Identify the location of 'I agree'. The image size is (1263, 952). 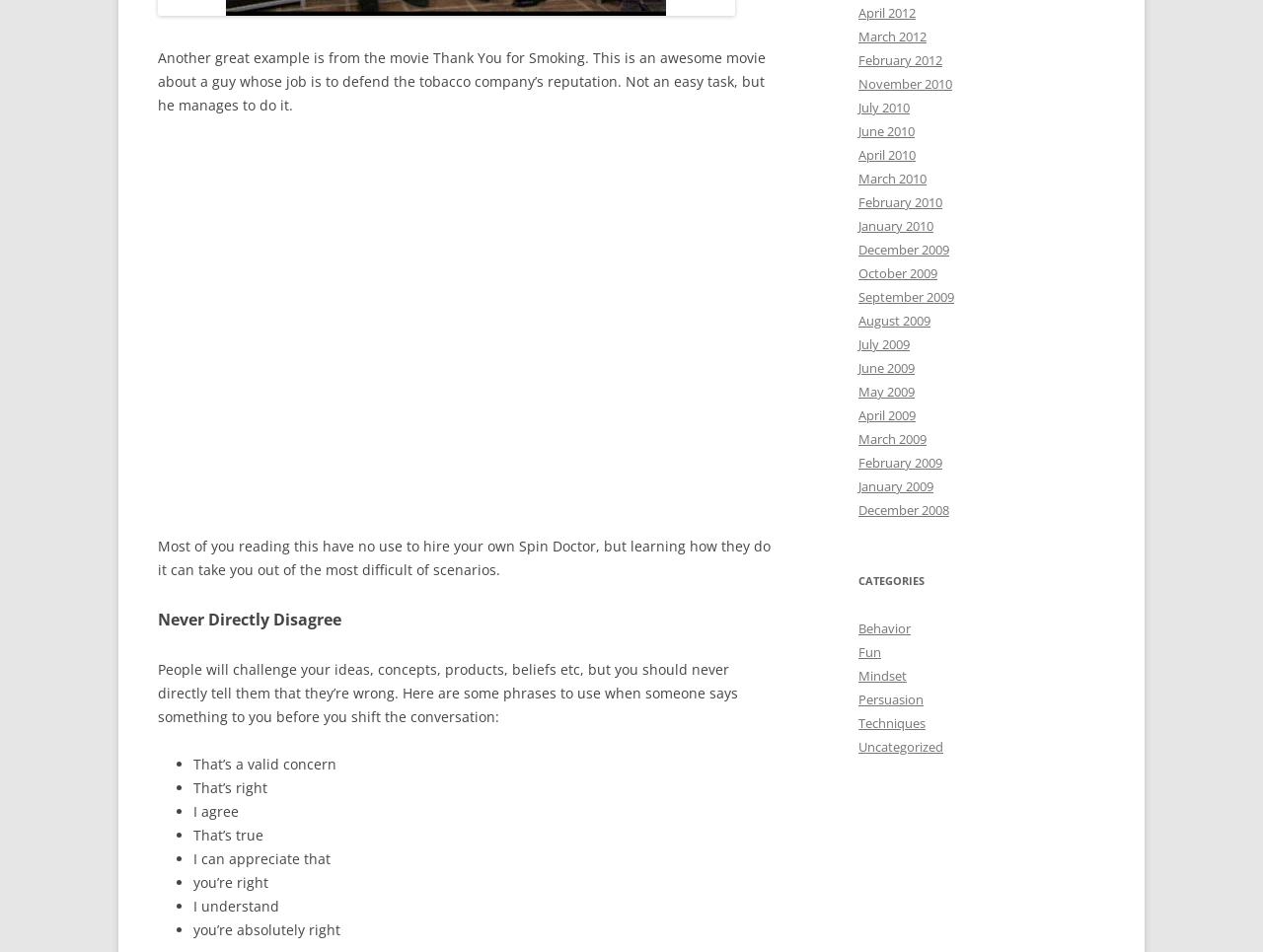
(216, 810).